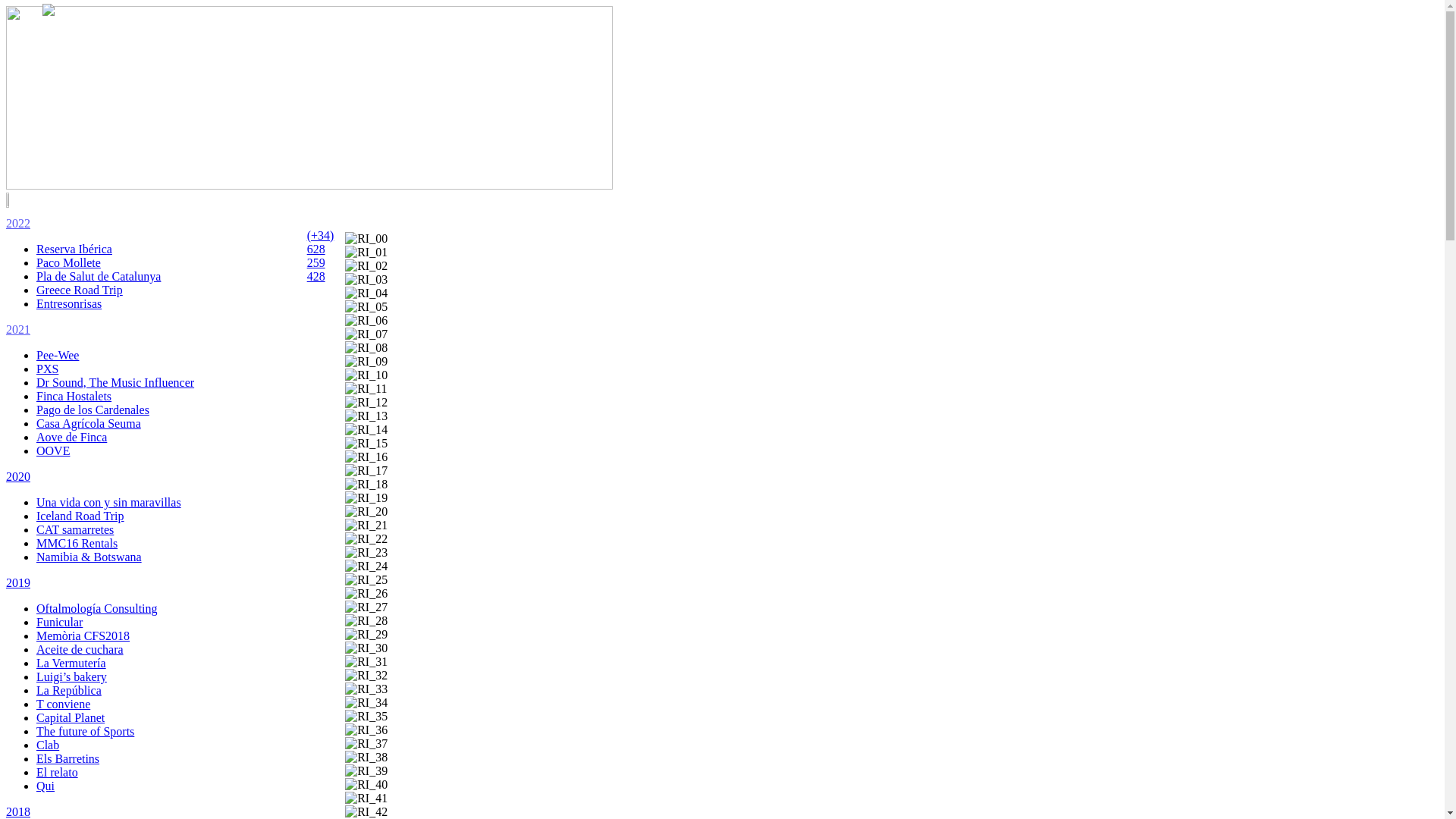  I want to click on 'Els Barretins', so click(67, 758).